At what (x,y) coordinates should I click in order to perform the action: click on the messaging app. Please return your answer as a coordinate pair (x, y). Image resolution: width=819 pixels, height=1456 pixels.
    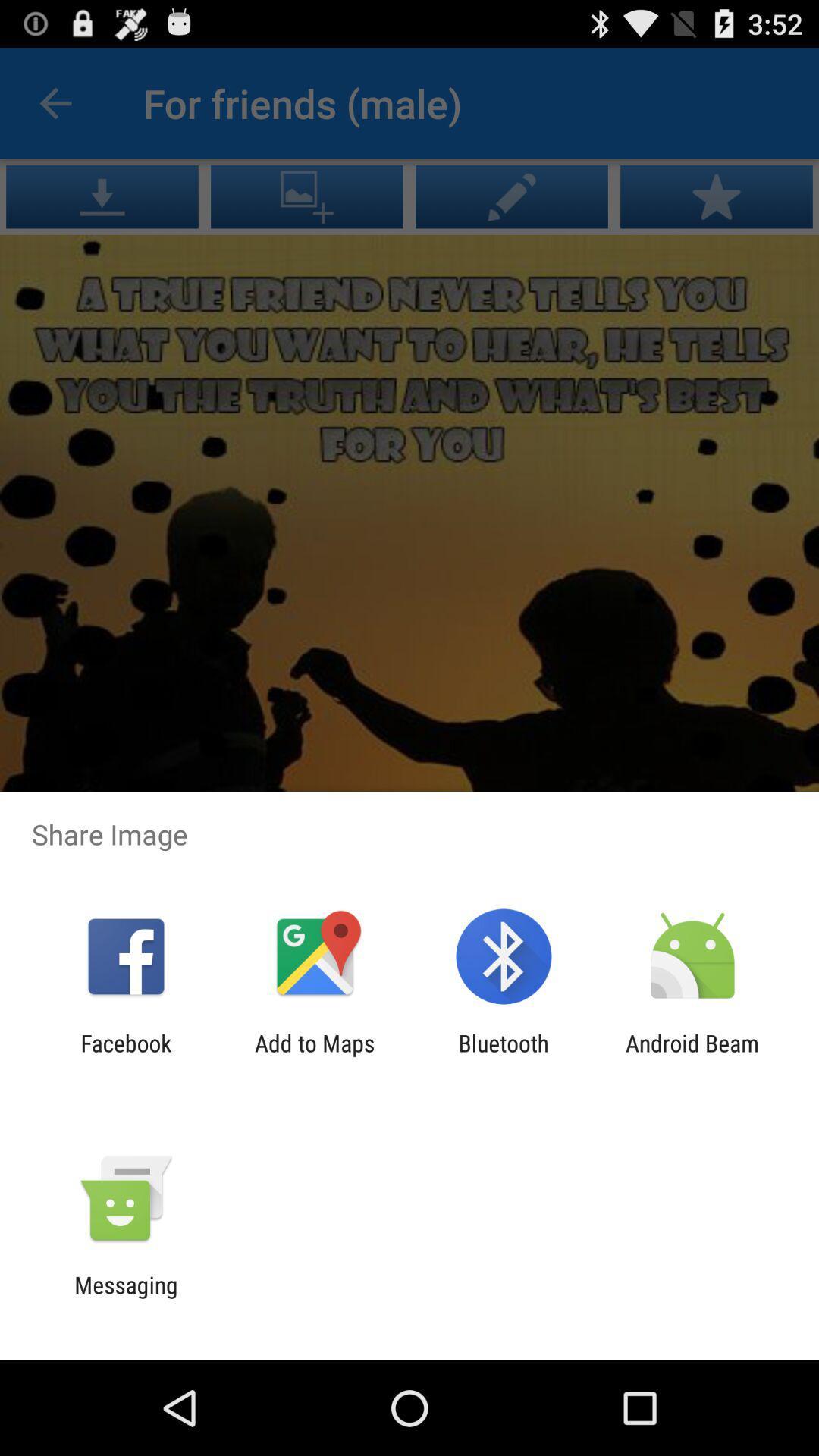
    Looking at the image, I should click on (125, 1298).